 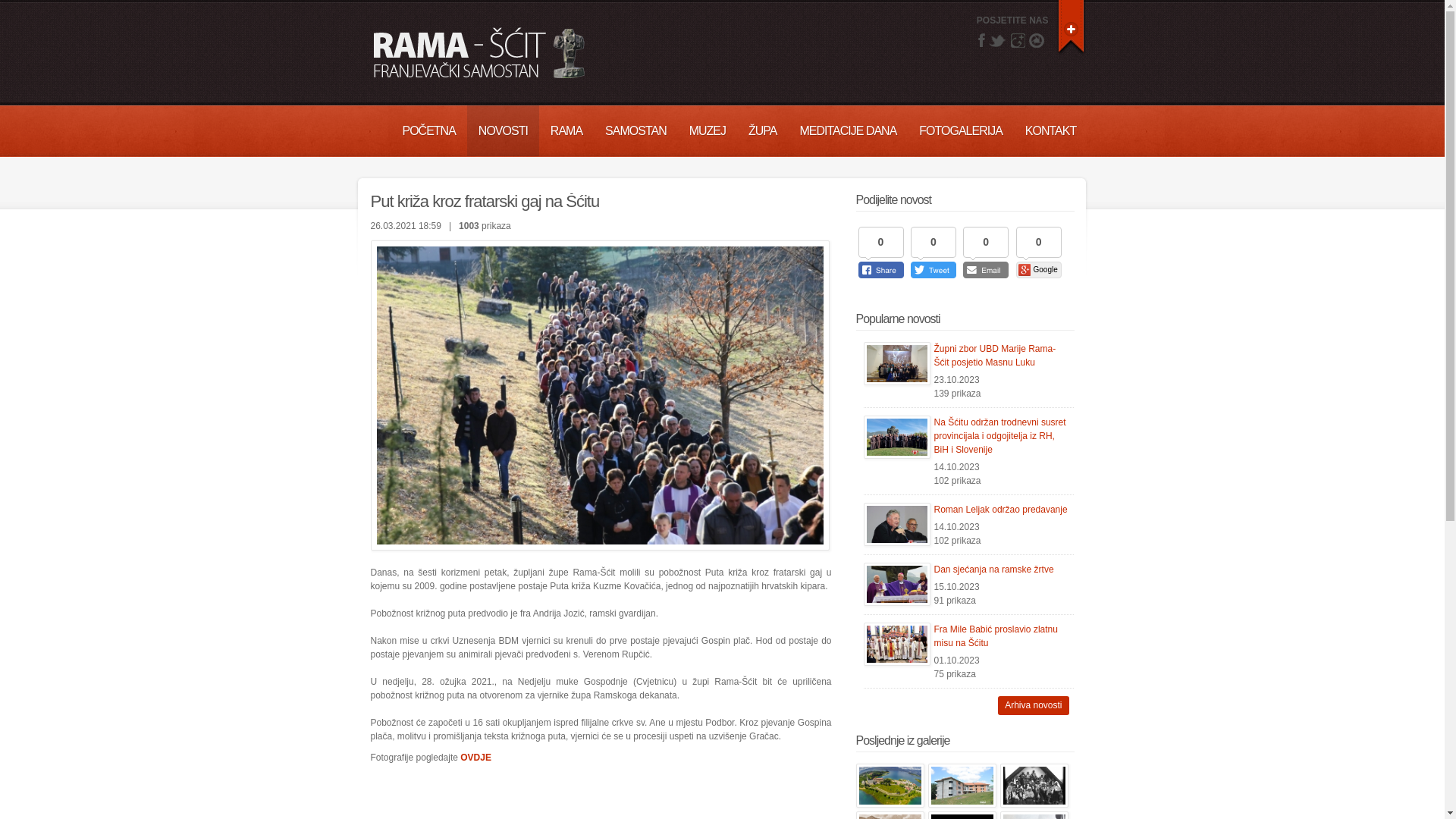 I want to click on '+', so click(x=1070, y=26).